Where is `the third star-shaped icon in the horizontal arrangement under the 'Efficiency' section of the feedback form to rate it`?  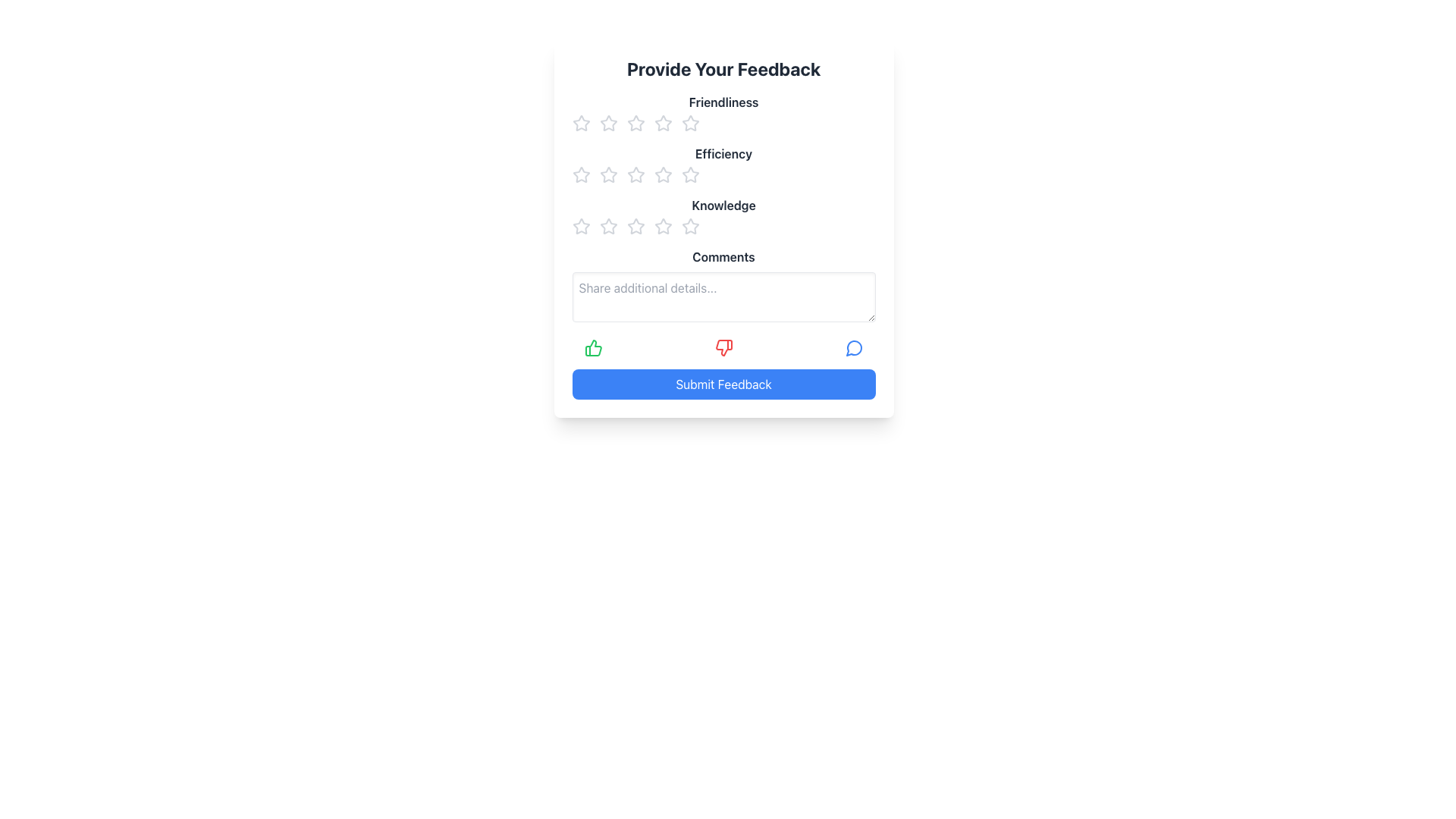
the third star-shaped icon in the horizontal arrangement under the 'Efficiency' section of the feedback form to rate it is located at coordinates (635, 174).